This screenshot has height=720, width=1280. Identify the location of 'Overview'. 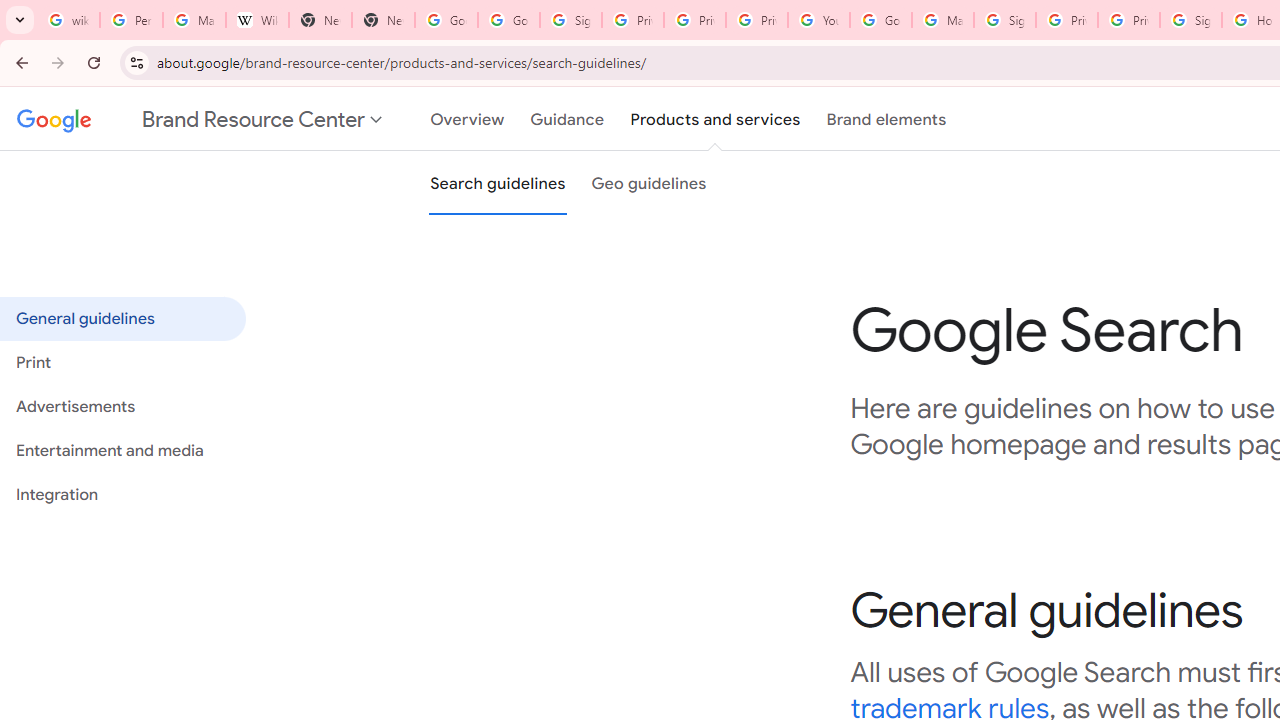
(466, 119).